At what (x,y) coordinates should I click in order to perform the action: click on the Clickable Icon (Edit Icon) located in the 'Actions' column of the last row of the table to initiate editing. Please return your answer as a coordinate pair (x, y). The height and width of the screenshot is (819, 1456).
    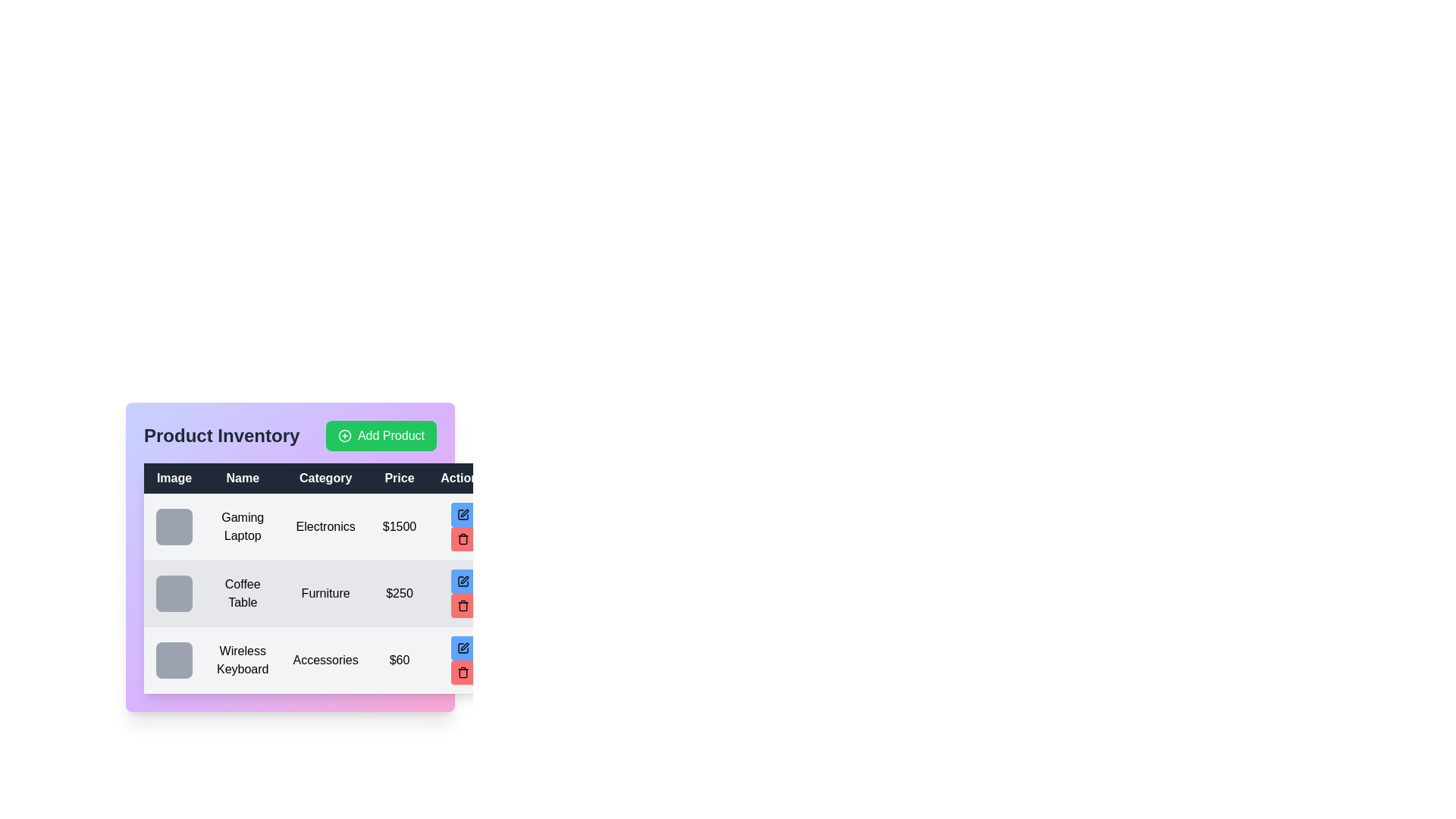
    Looking at the image, I should click on (463, 646).